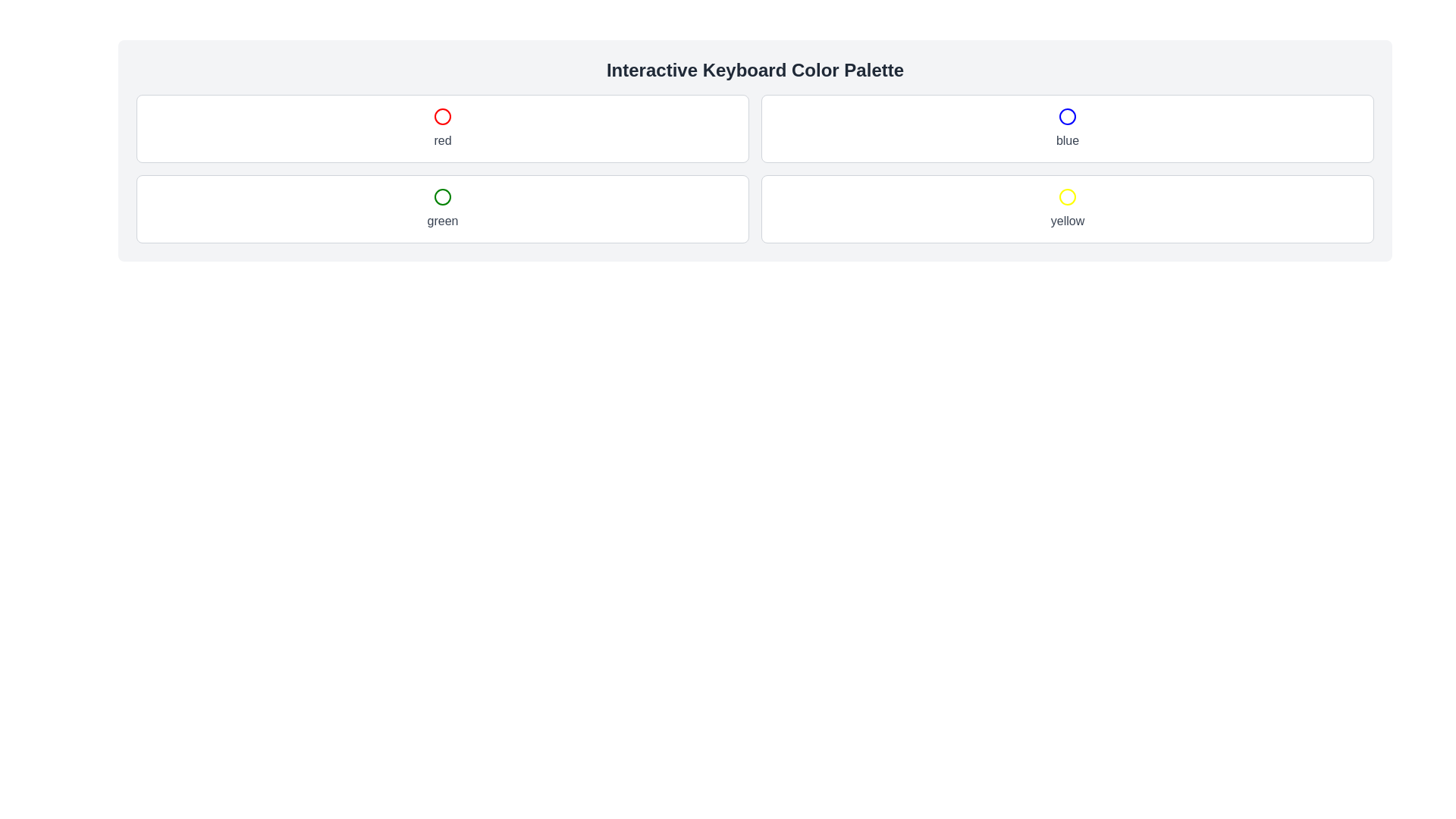 This screenshot has width=1456, height=819. Describe the element at coordinates (1066, 196) in the screenshot. I see `the yellow circular decorative icon positioned above the label 'yellow' in the bottom-right quadrant of the grid layout` at that location.